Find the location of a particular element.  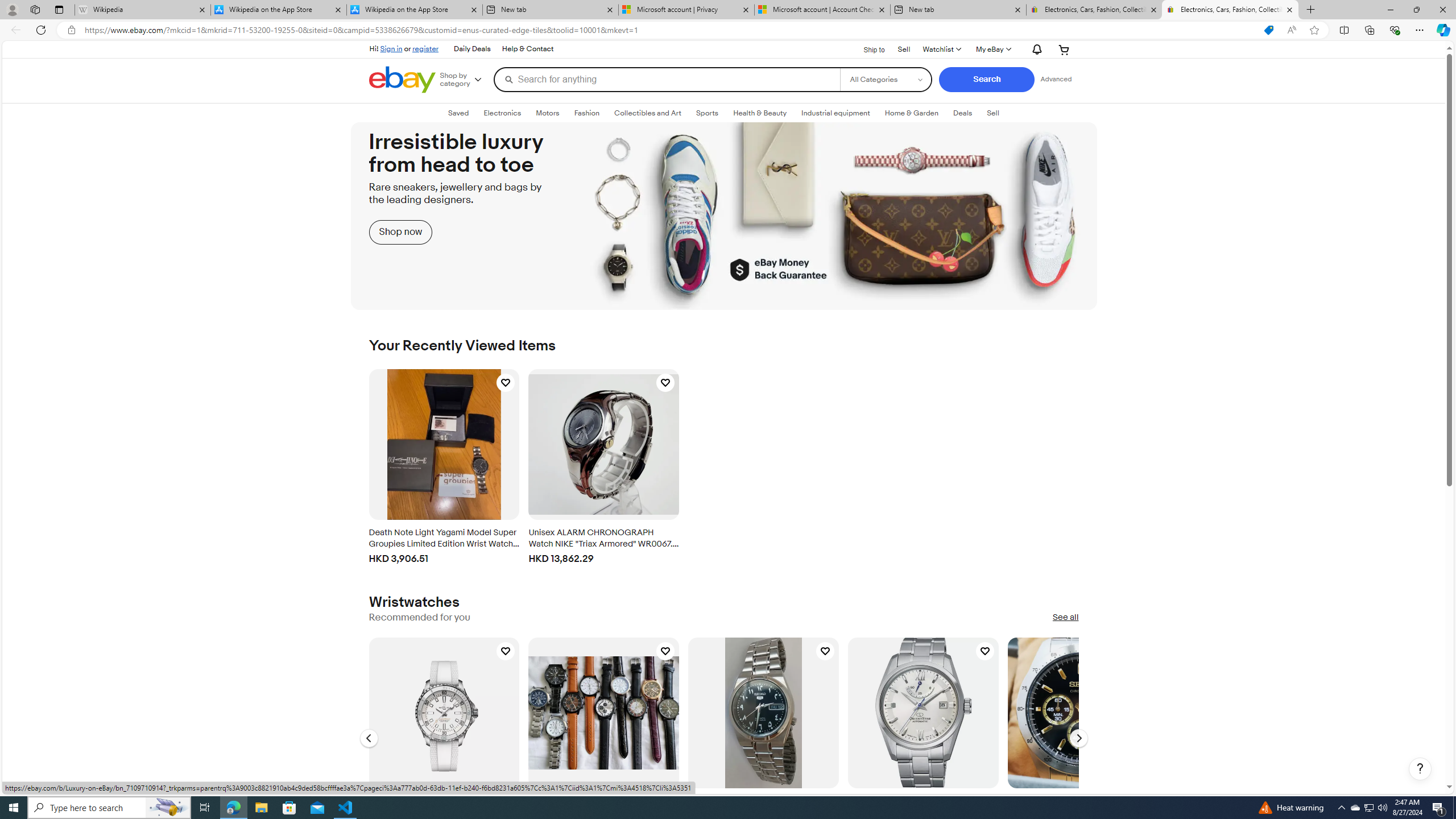

'Health & Beauty' is located at coordinates (760, 113).